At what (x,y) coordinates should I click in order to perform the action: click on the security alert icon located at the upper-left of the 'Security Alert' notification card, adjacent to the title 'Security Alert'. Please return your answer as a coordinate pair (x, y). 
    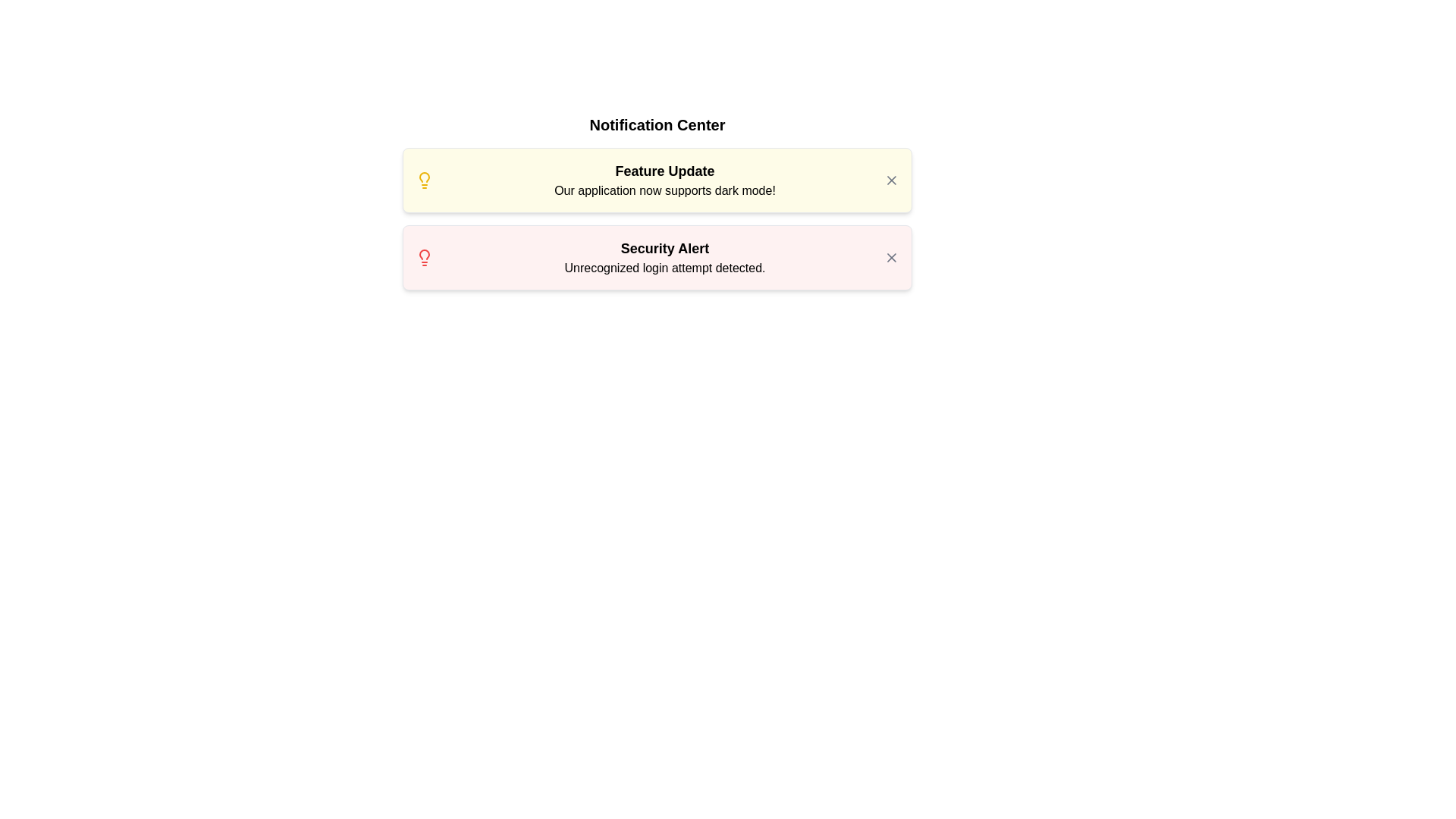
    Looking at the image, I should click on (425, 256).